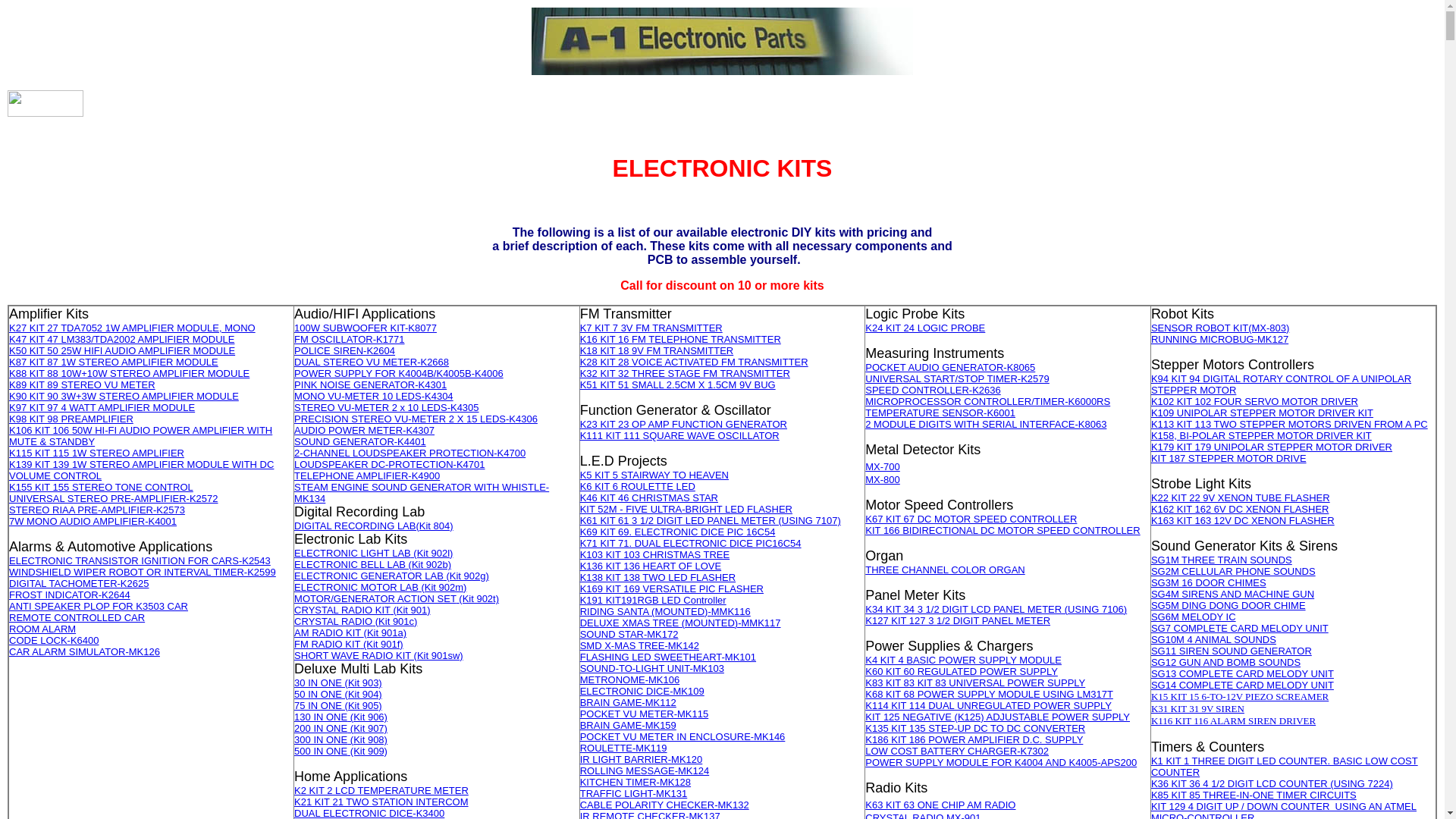 The height and width of the screenshot is (819, 1456). I want to click on 'K69 KIT 69. ELECTRONIC DICE PIC 16C54', so click(676, 531).